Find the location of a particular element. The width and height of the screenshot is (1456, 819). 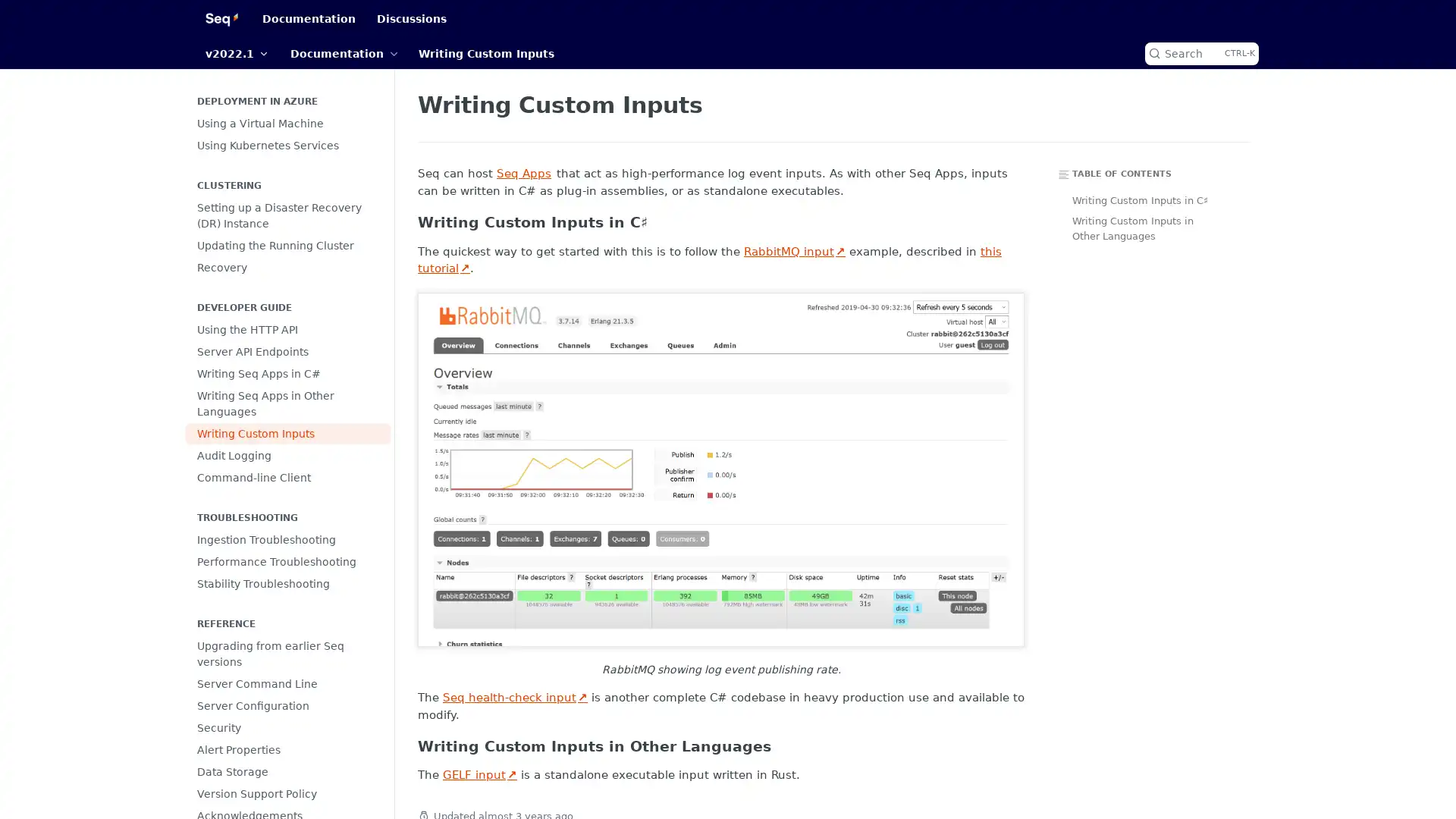

v2022.1 is located at coordinates (236, 52).